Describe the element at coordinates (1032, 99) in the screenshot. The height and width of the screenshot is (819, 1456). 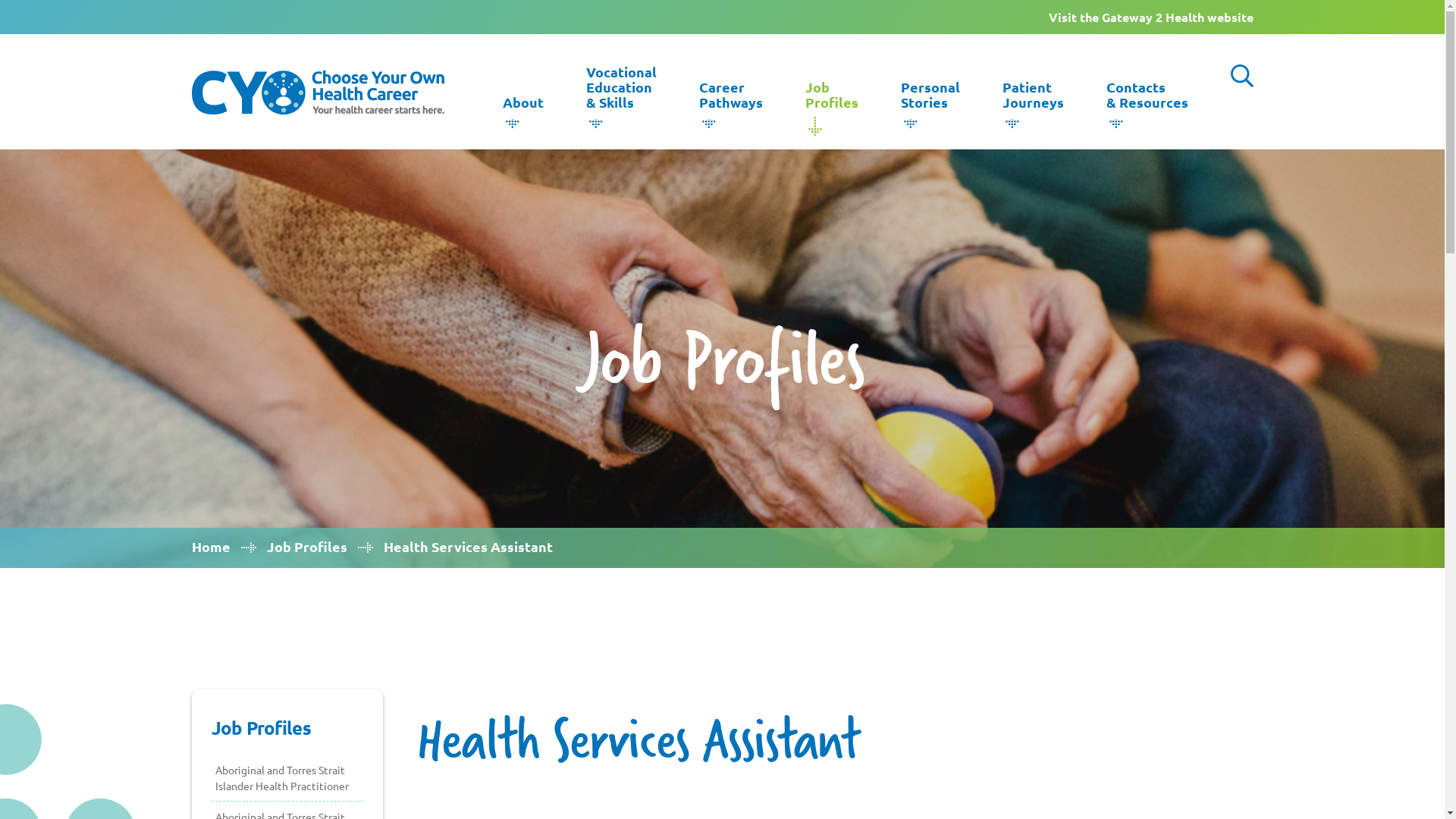
I see `'Patient` at that location.